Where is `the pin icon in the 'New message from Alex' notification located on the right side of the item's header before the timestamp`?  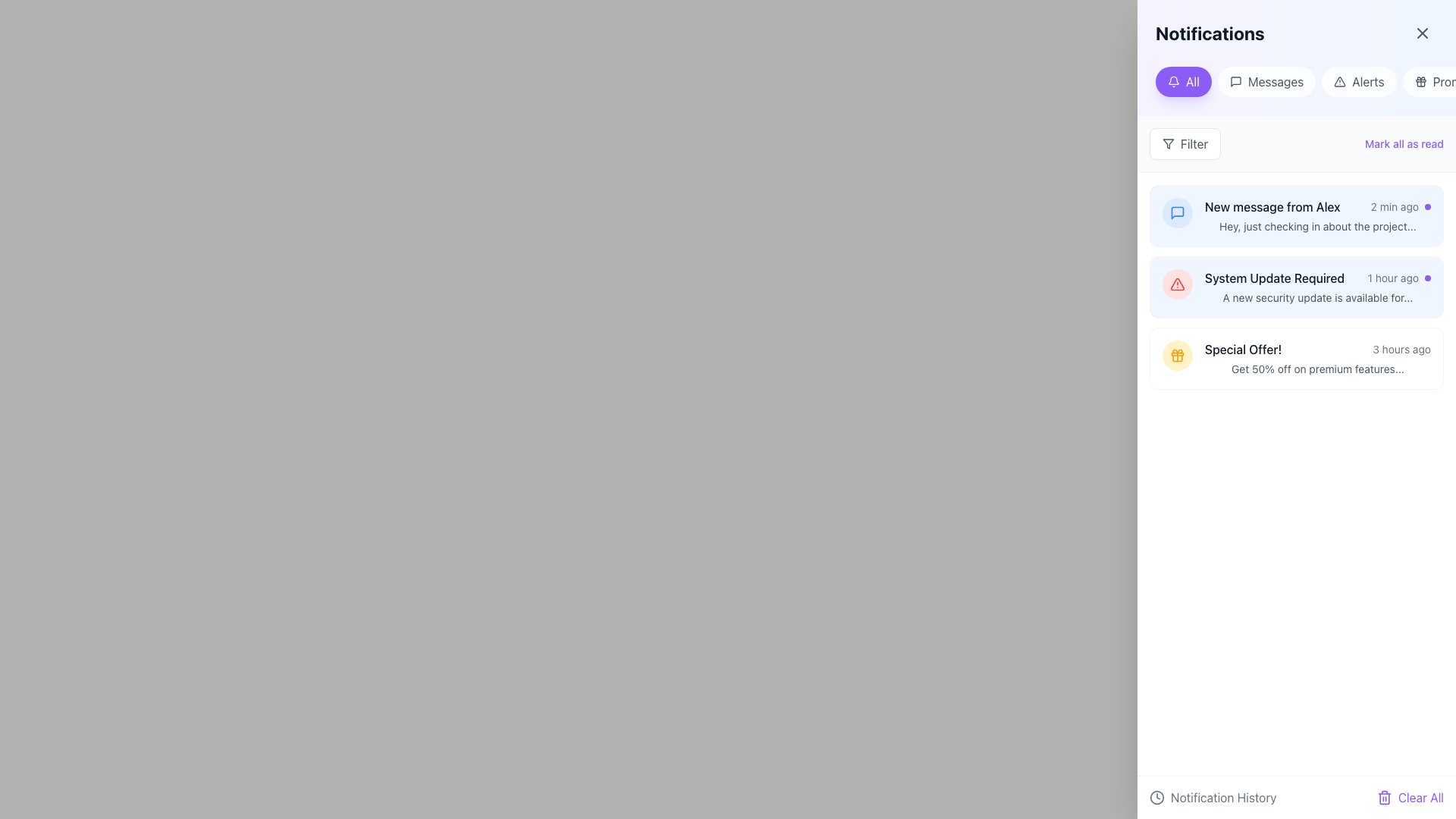 the pin icon in the 'New message from Alex' notification located on the right side of the item's header before the timestamp is located at coordinates (1388, 214).